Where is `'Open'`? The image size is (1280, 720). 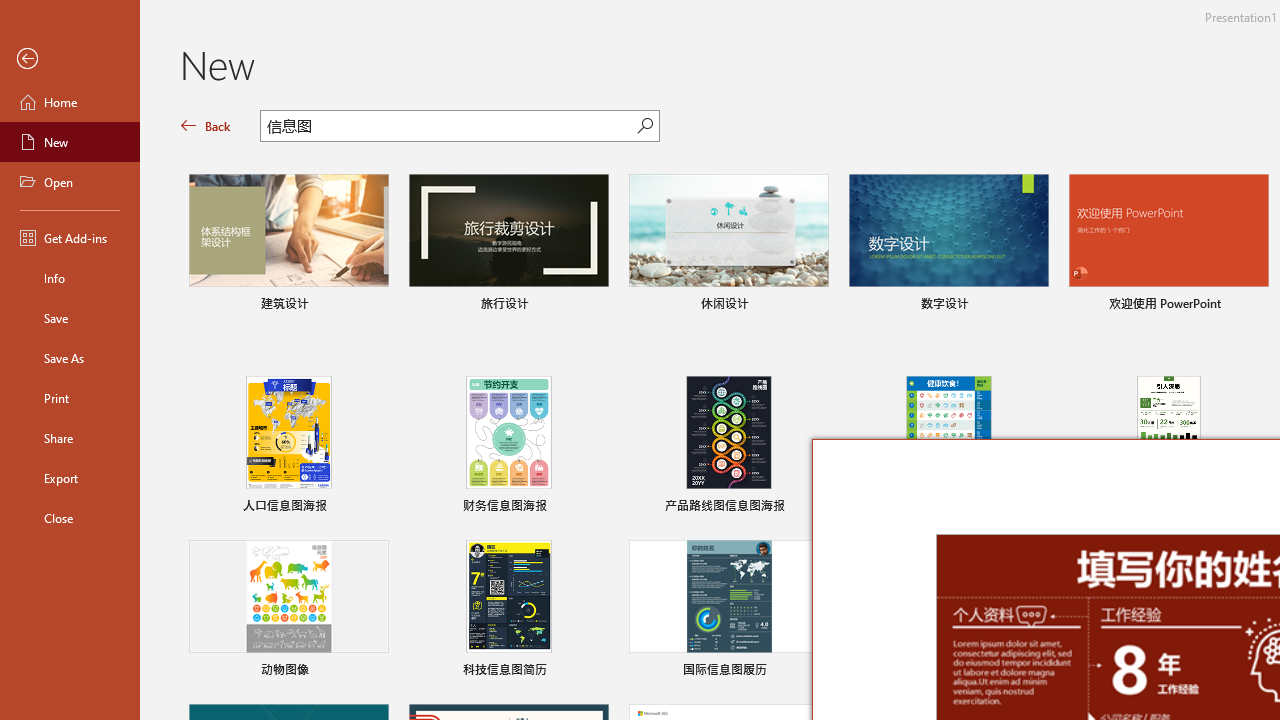
'Open' is located at coordinates (69, 182).